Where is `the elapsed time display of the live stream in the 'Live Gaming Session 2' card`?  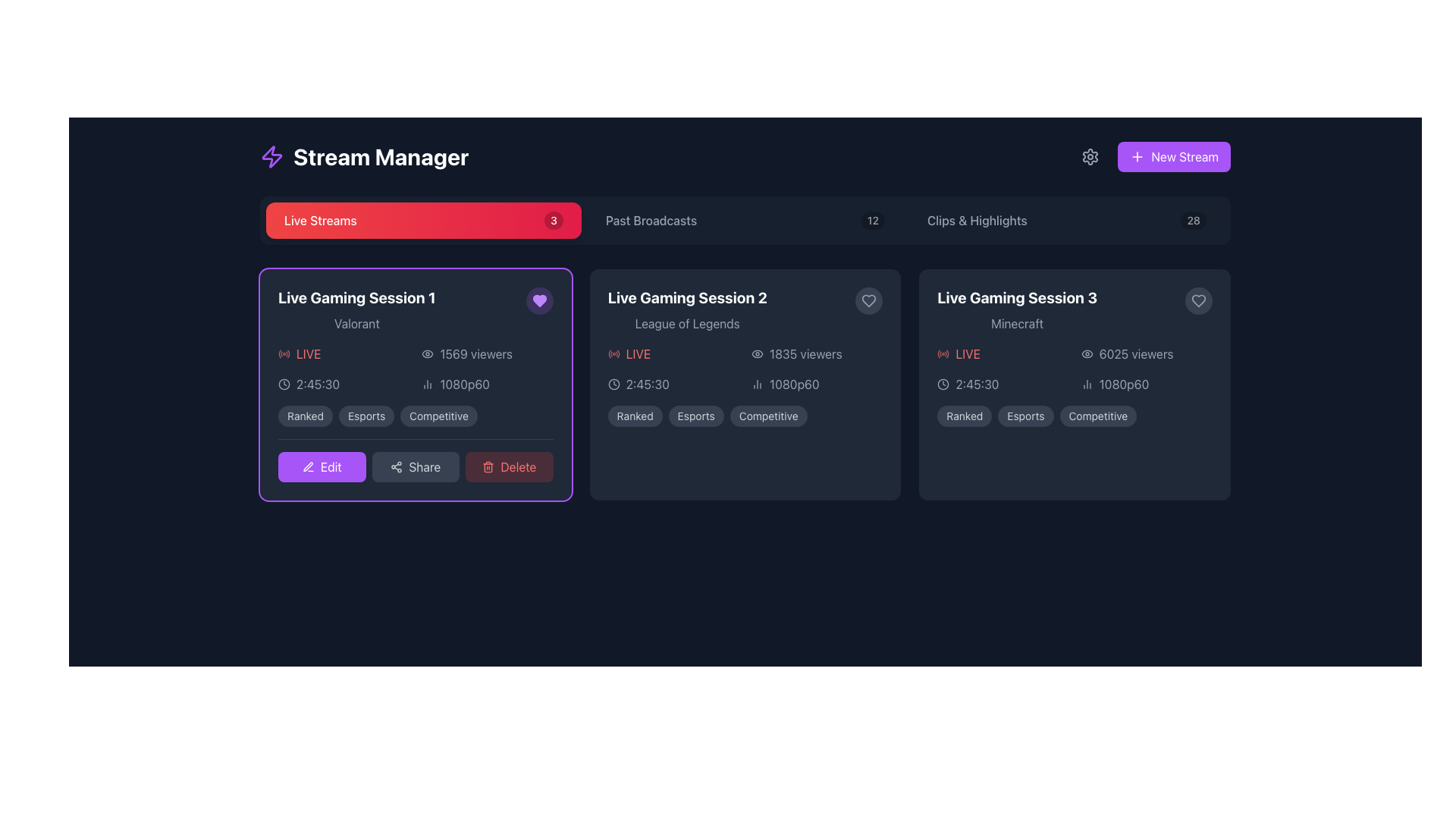 the elapsed time display of the live stream in the 'Live Gaming Session 2' card is located at coordinates (673, 383).